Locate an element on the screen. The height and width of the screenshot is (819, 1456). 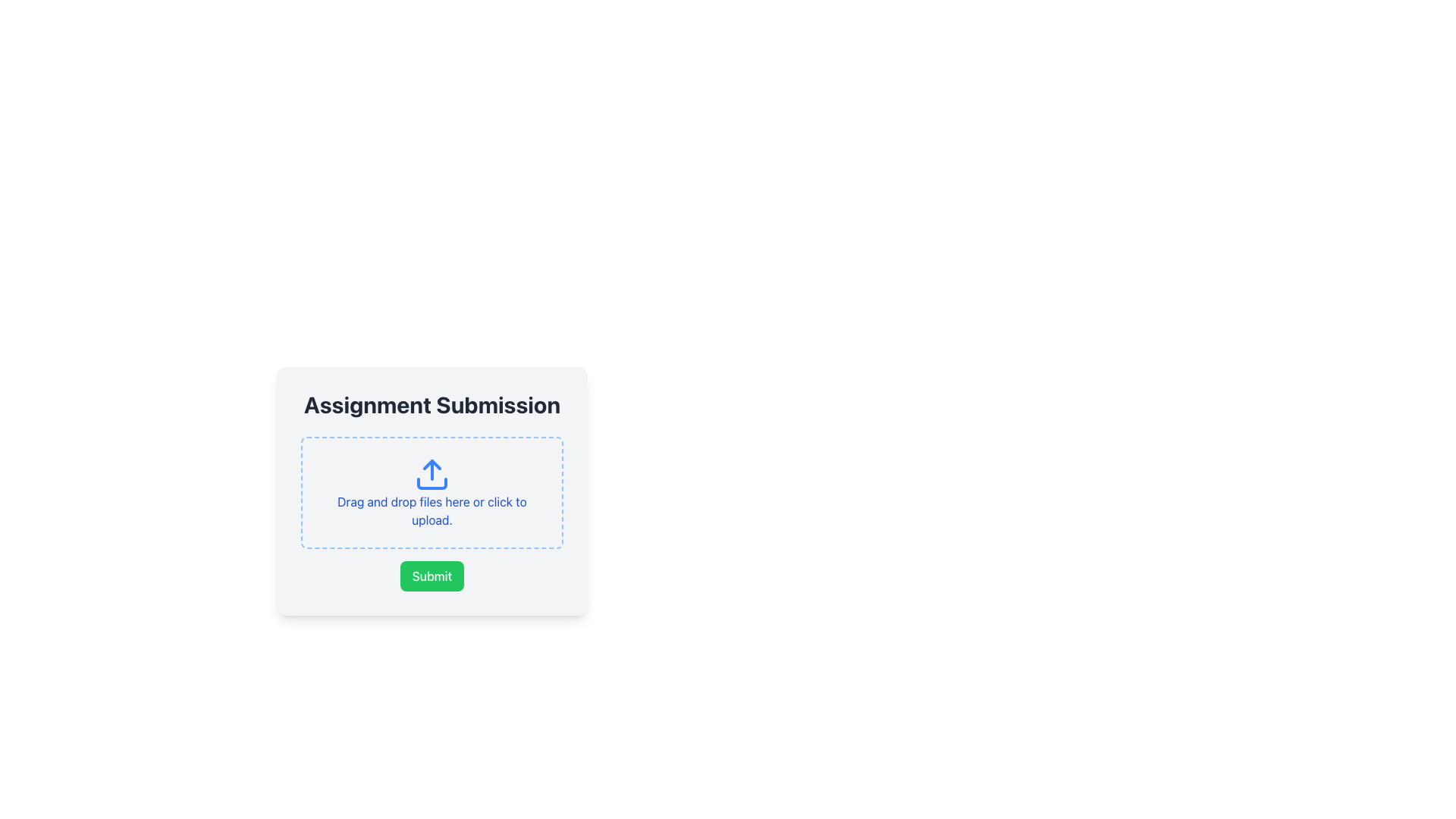
the File Upload Area below the 'Assignment Submission' heading is located at coordinates (431, 493).